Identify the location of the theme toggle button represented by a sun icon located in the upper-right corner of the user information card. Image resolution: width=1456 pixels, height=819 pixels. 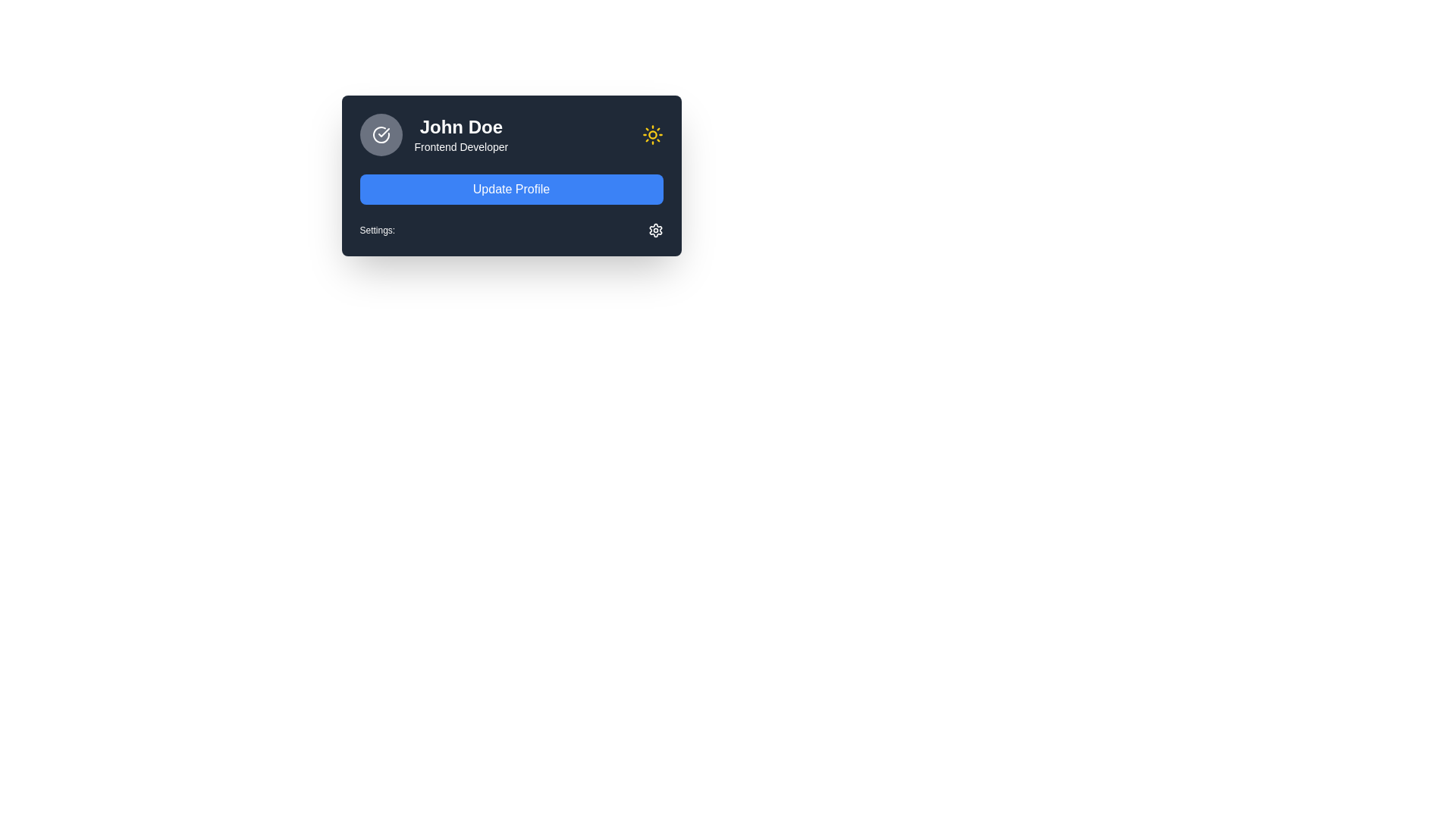
(652, 133).